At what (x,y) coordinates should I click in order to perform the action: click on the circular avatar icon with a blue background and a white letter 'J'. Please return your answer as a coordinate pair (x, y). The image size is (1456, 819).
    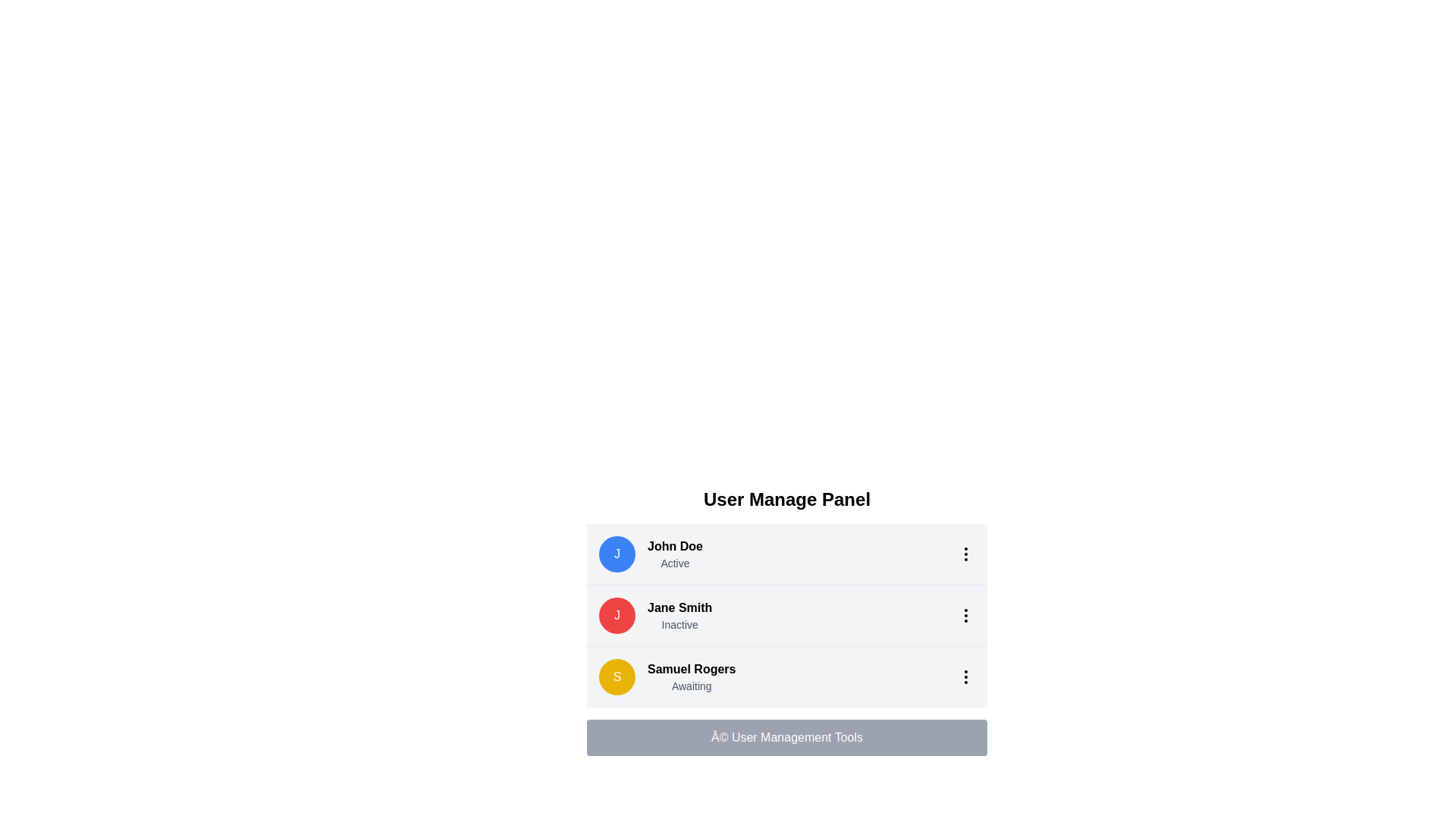
    Looking at the image, I should click on (617, 554).